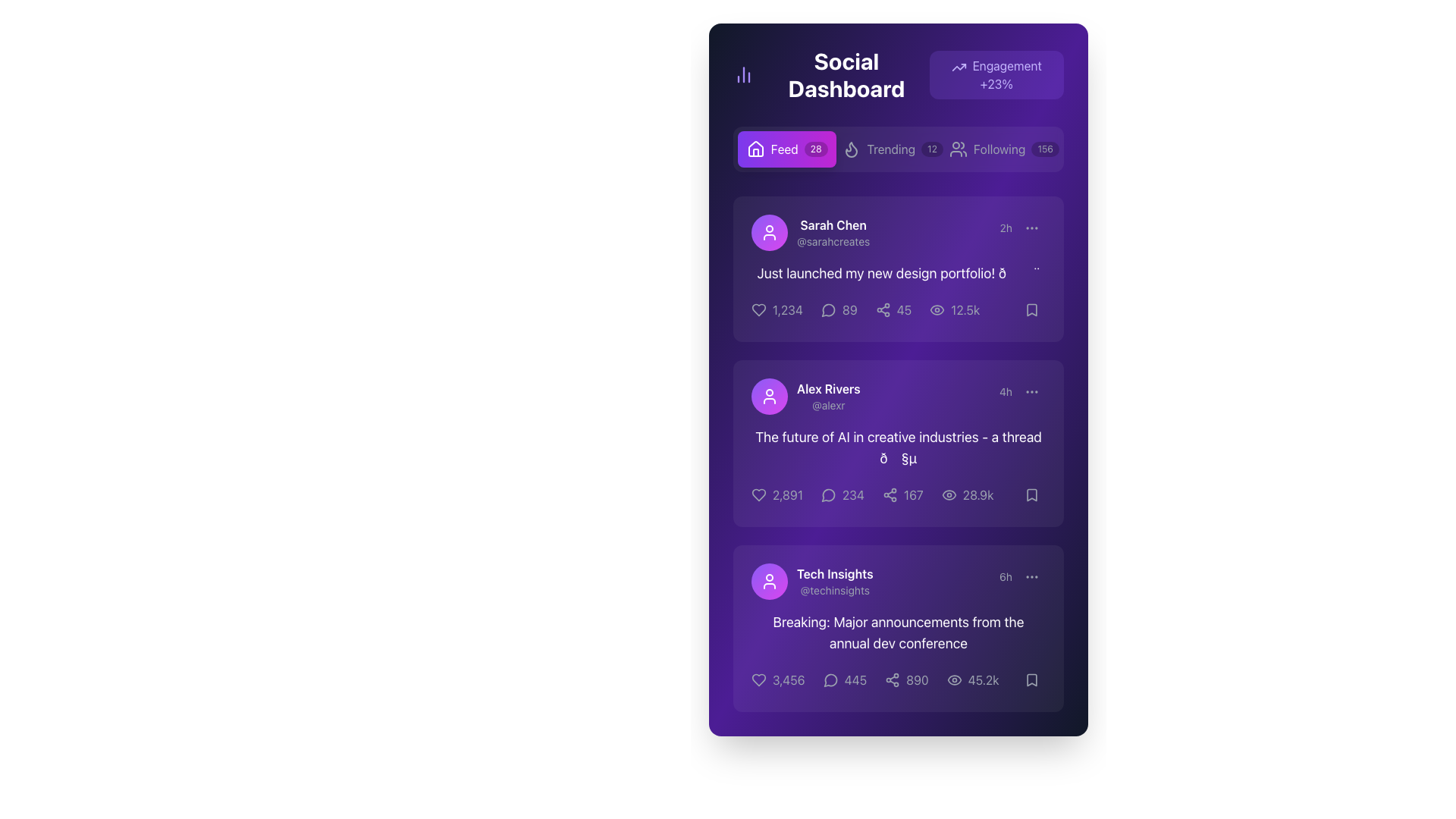 The image size is (1456, 819). What do you see at coordinates (776, 309) in the screenshot?
I see `the like button located under the post mentioning 'Sarah Chen' to increment the count of likes` at bounding box center [776, 309].